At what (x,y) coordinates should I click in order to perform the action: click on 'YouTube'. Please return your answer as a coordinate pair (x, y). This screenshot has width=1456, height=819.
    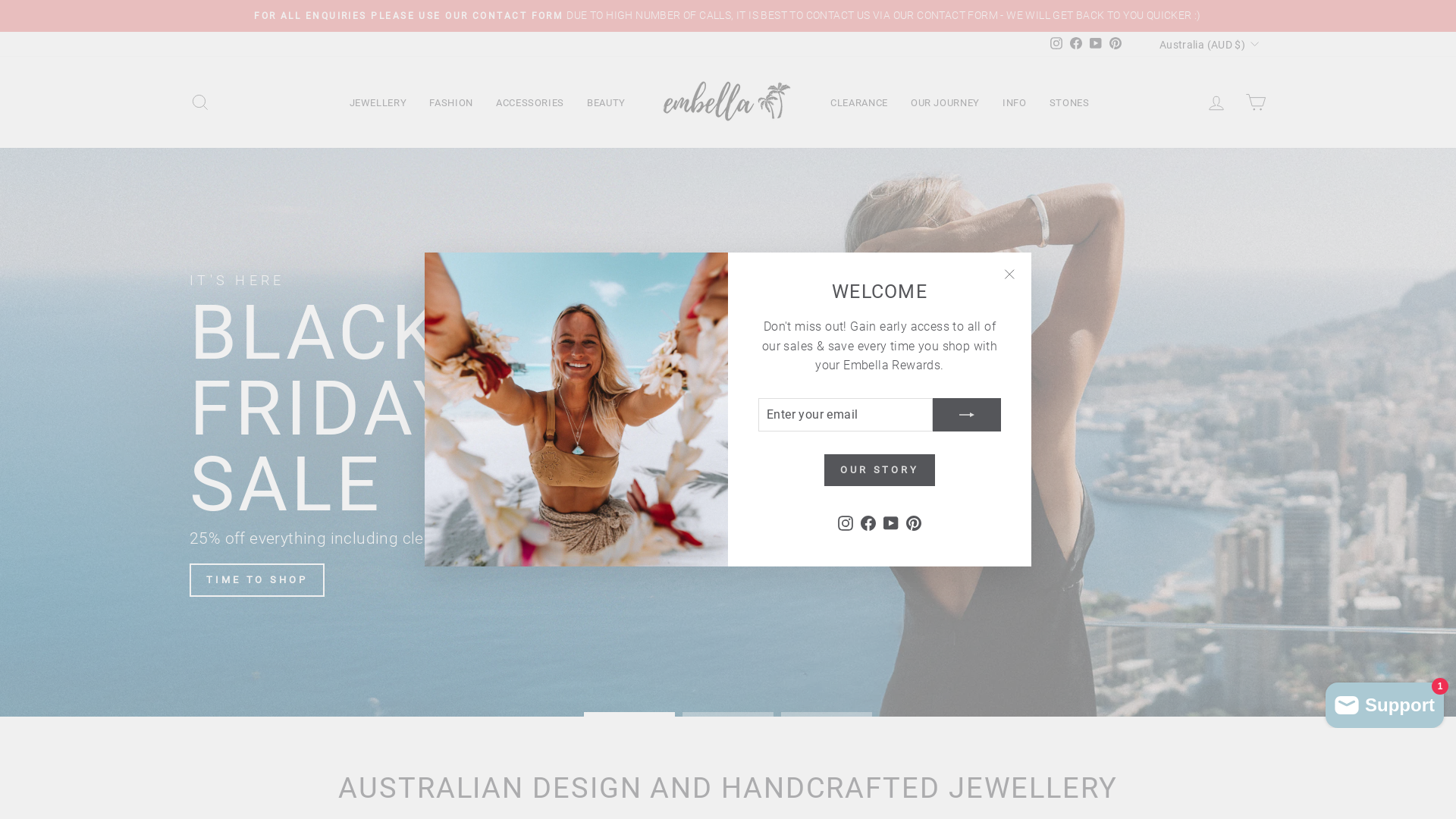
    Looking at the image, I should click on (1095, 43).